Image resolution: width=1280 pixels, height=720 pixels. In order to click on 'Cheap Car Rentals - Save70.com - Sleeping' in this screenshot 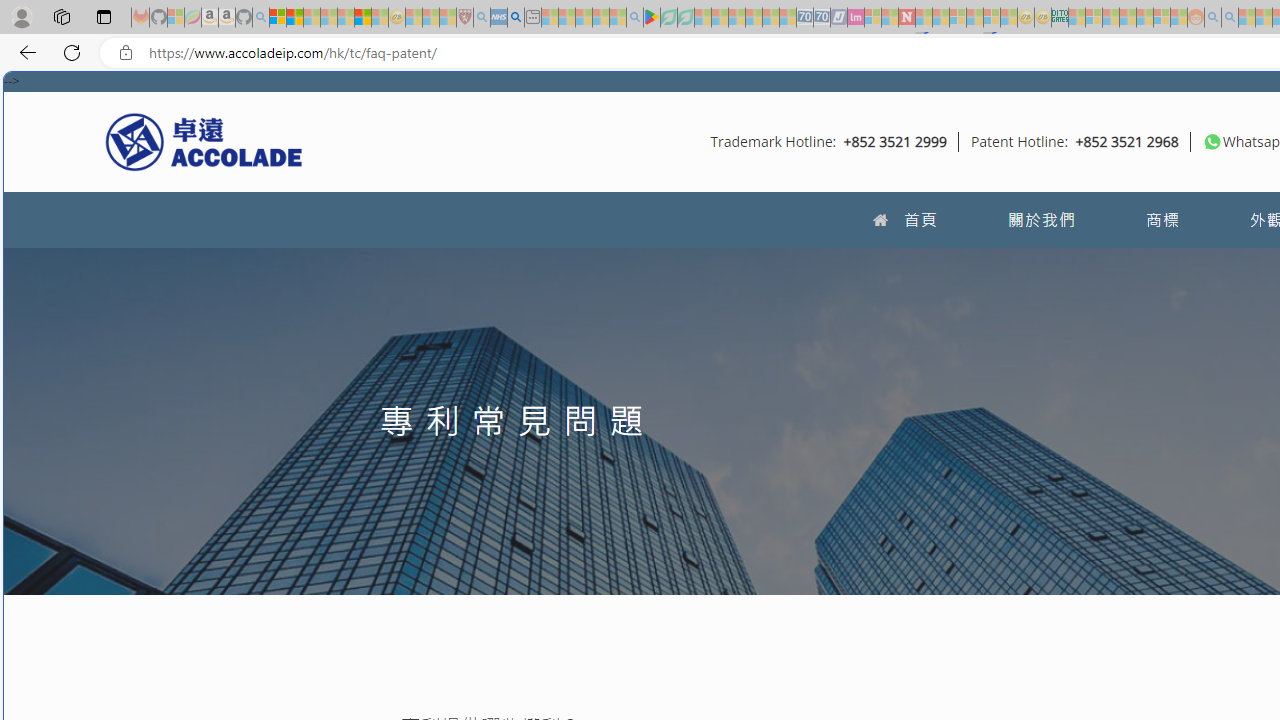, I will do `click(805, 17)`.